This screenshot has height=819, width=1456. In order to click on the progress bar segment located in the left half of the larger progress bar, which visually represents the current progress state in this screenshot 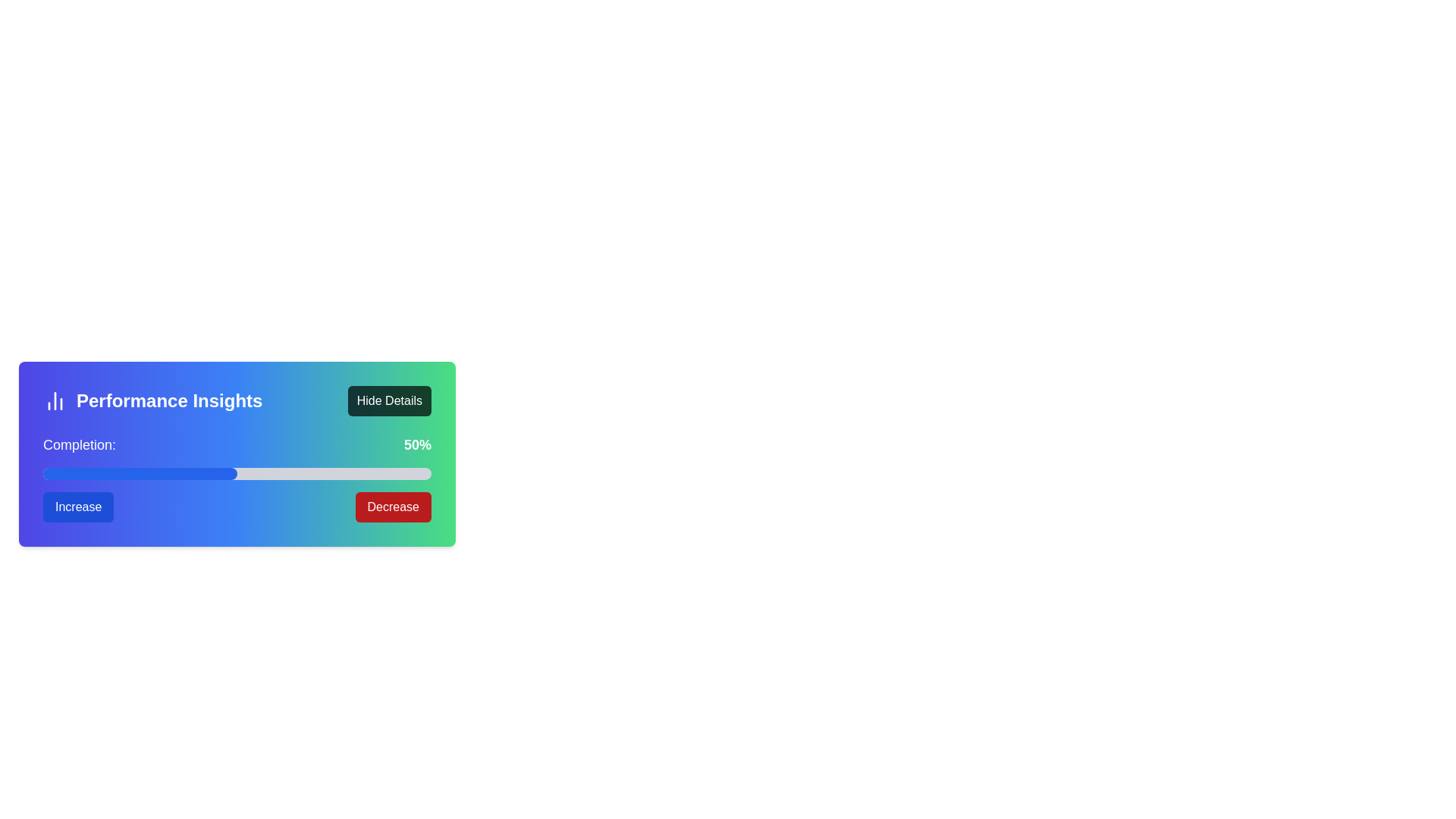, I will do `click(140, 472)`.